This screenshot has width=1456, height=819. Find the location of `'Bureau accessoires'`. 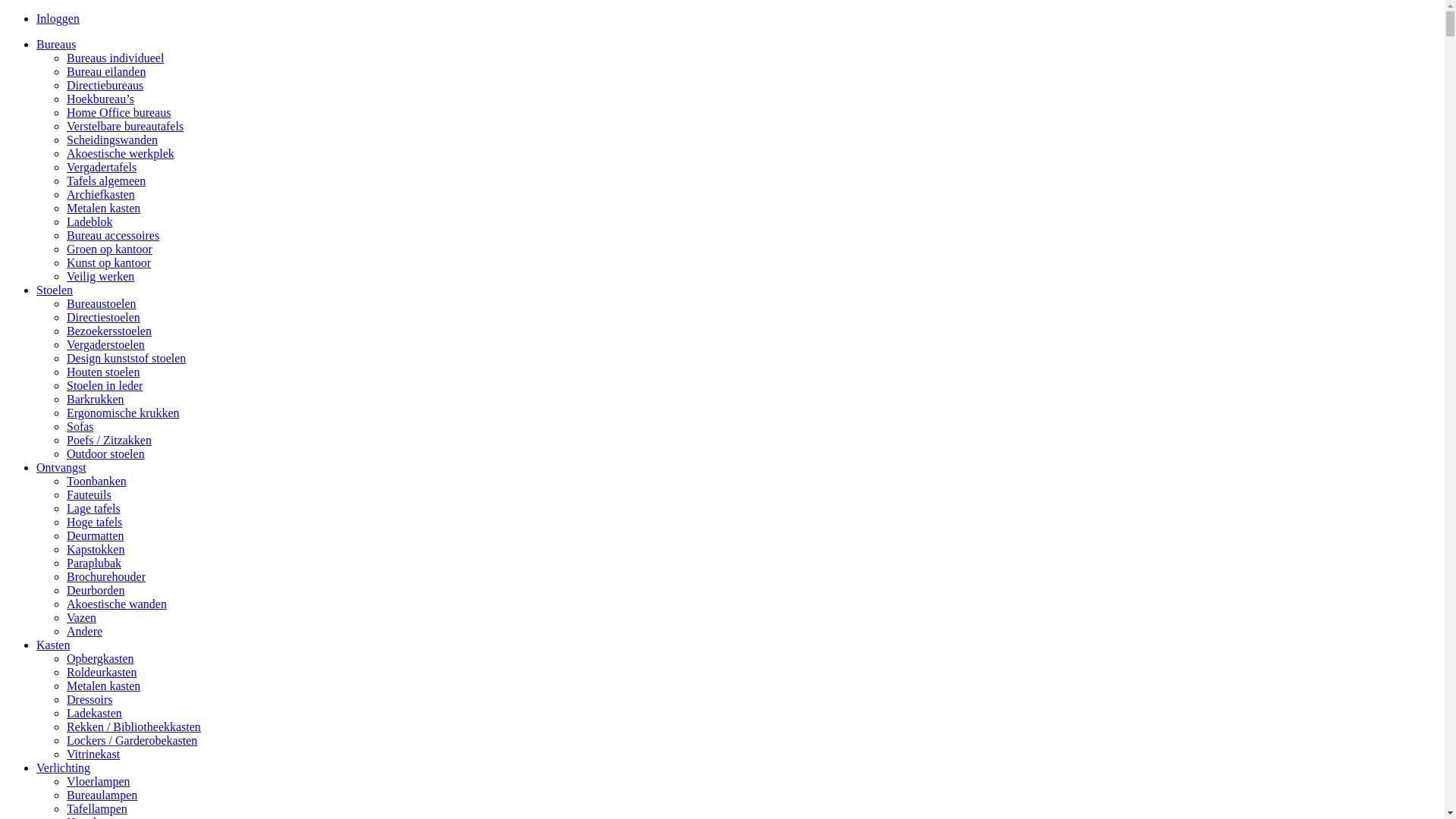

'Bureau accessoires' is located at coordinates (111, 235).